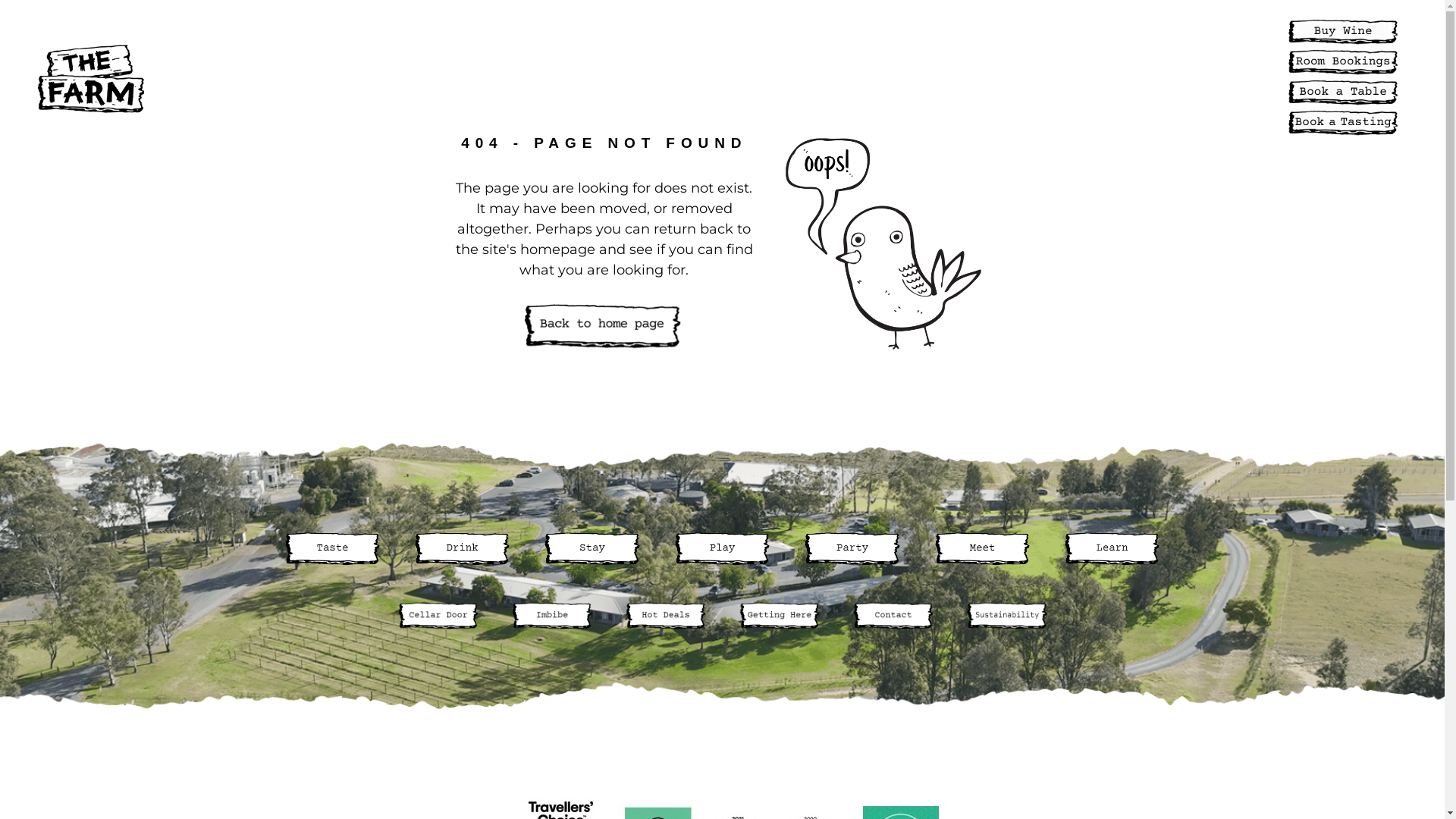  I want to click on 'Imbibe-9', so click(550, 616).